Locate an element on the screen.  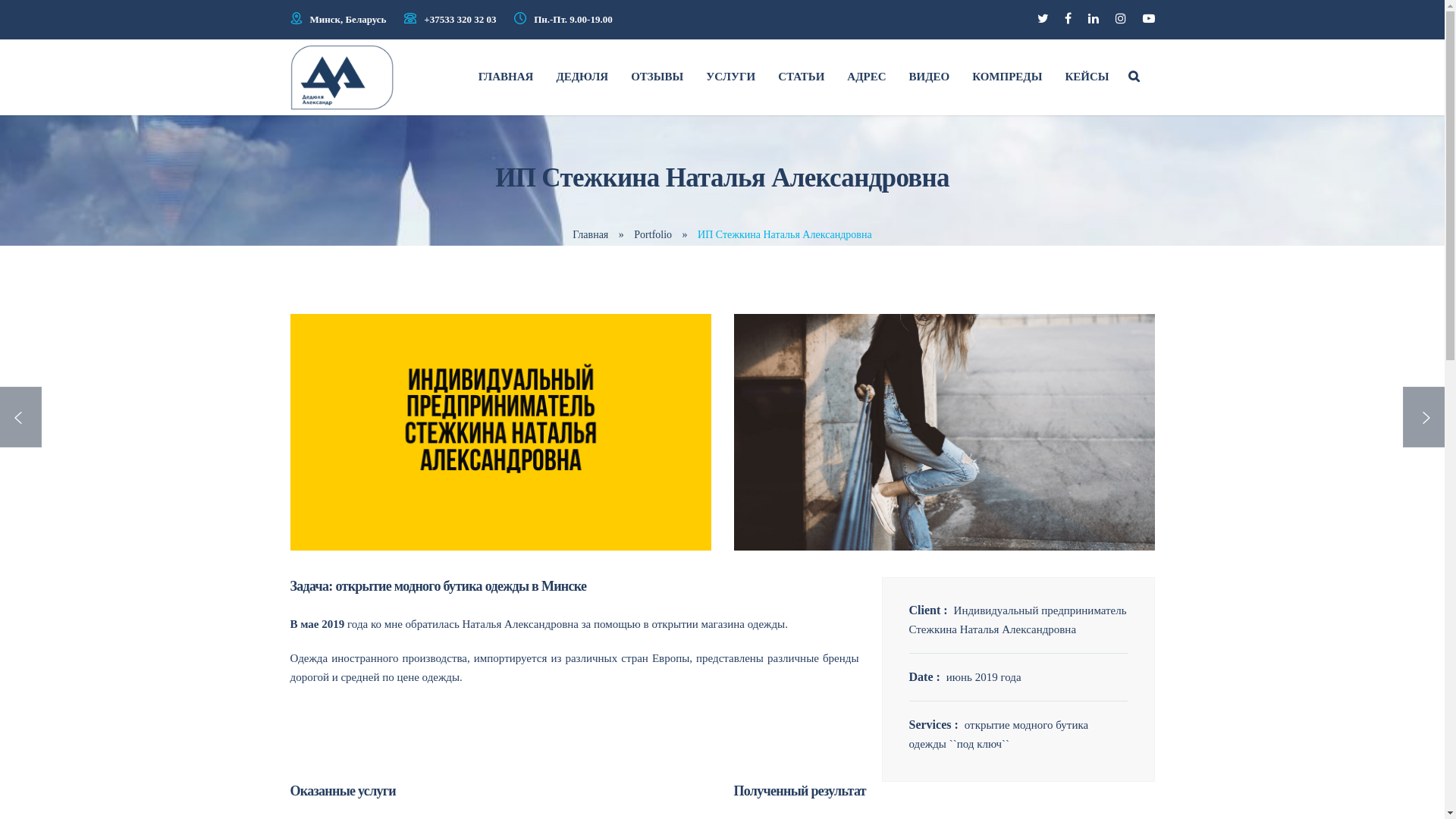
'Twitter' is located at coordinates (1042, 18).